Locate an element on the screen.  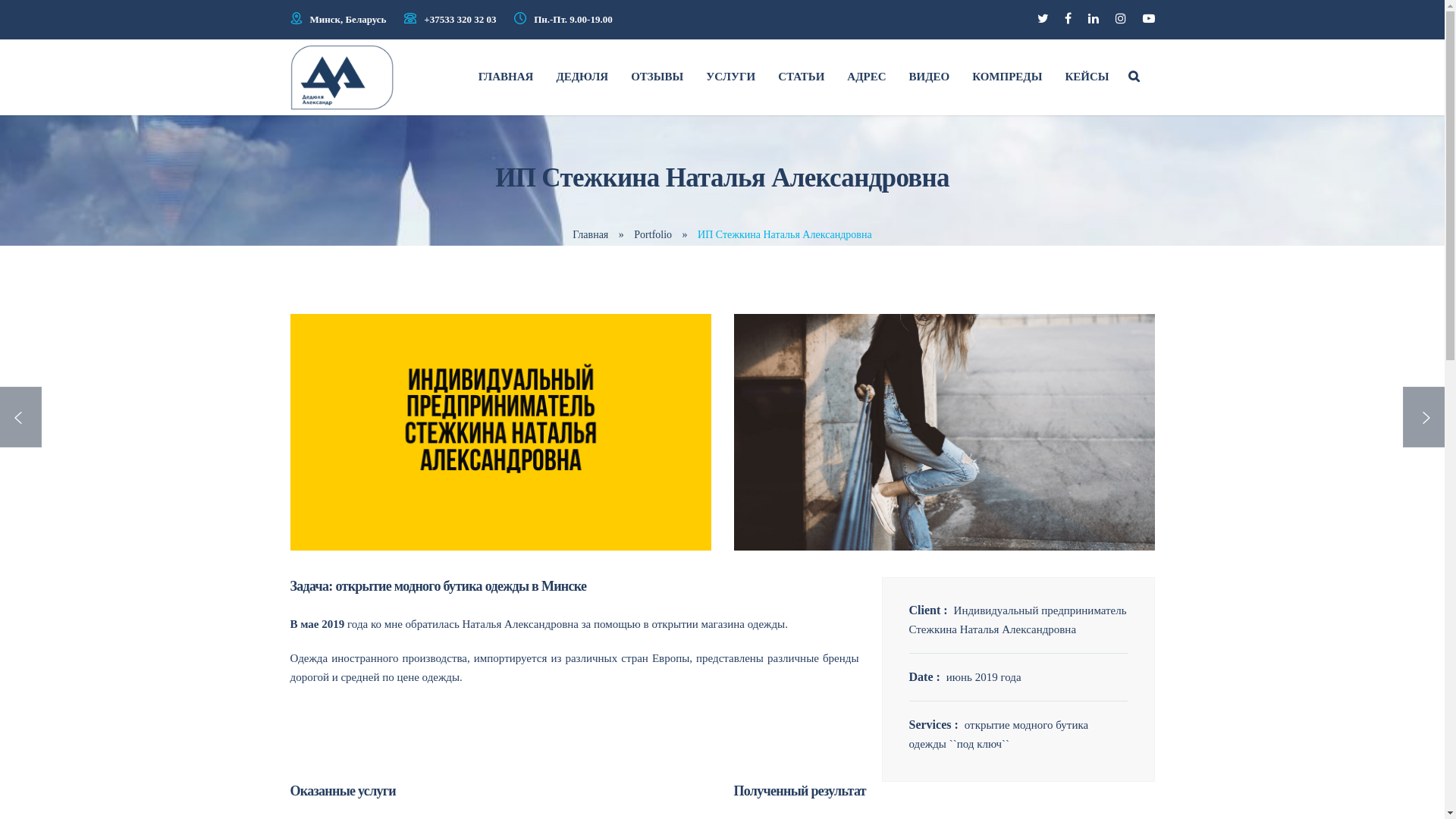
'Twitter' is located at coordinates (1042, 18).